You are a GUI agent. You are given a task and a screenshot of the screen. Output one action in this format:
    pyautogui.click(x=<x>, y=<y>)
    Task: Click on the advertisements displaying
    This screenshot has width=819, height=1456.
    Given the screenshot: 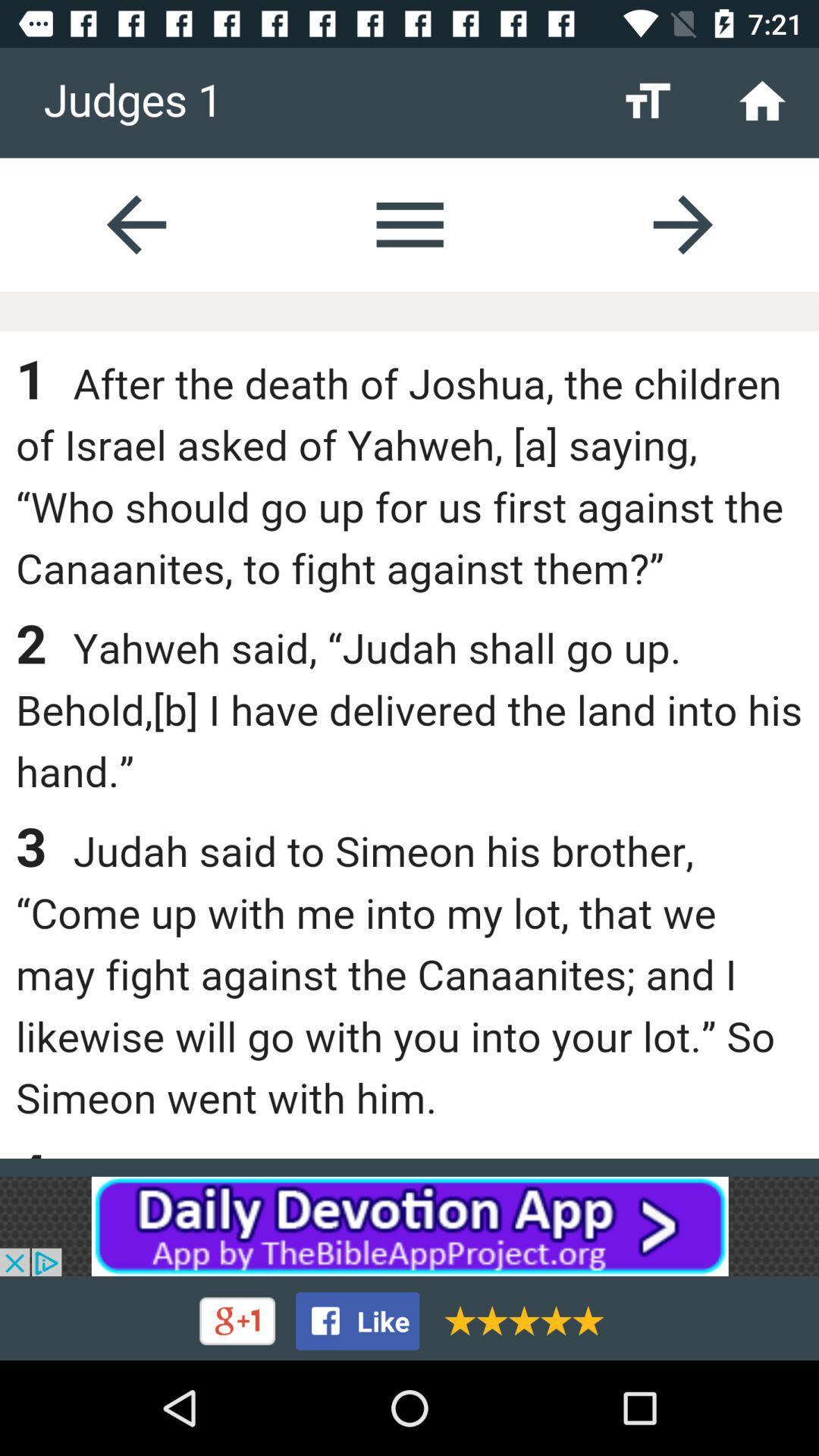 What is the action you would take?
    pyautogui.click(x=409, y=1226)
    